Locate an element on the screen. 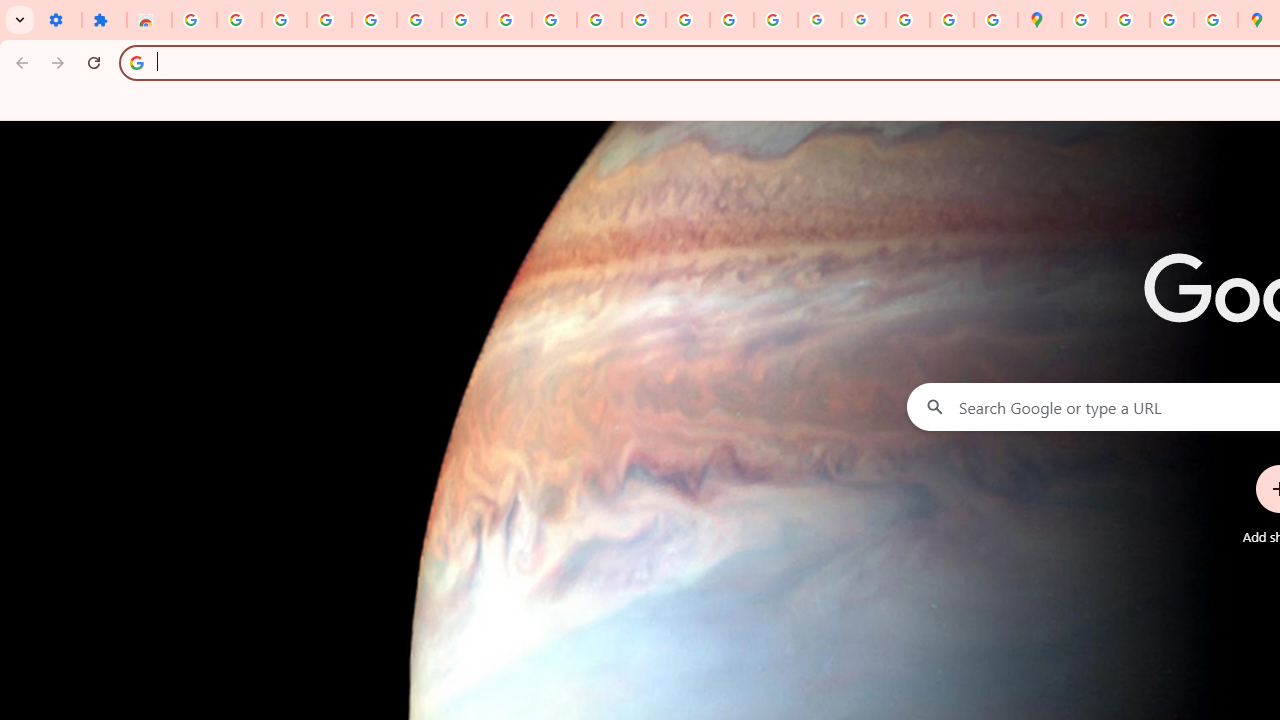 This screenshot has height=720, width=1280. 'Delete photos & videos - Computer - Google Photos Help' is located at coordinates (283, 20).